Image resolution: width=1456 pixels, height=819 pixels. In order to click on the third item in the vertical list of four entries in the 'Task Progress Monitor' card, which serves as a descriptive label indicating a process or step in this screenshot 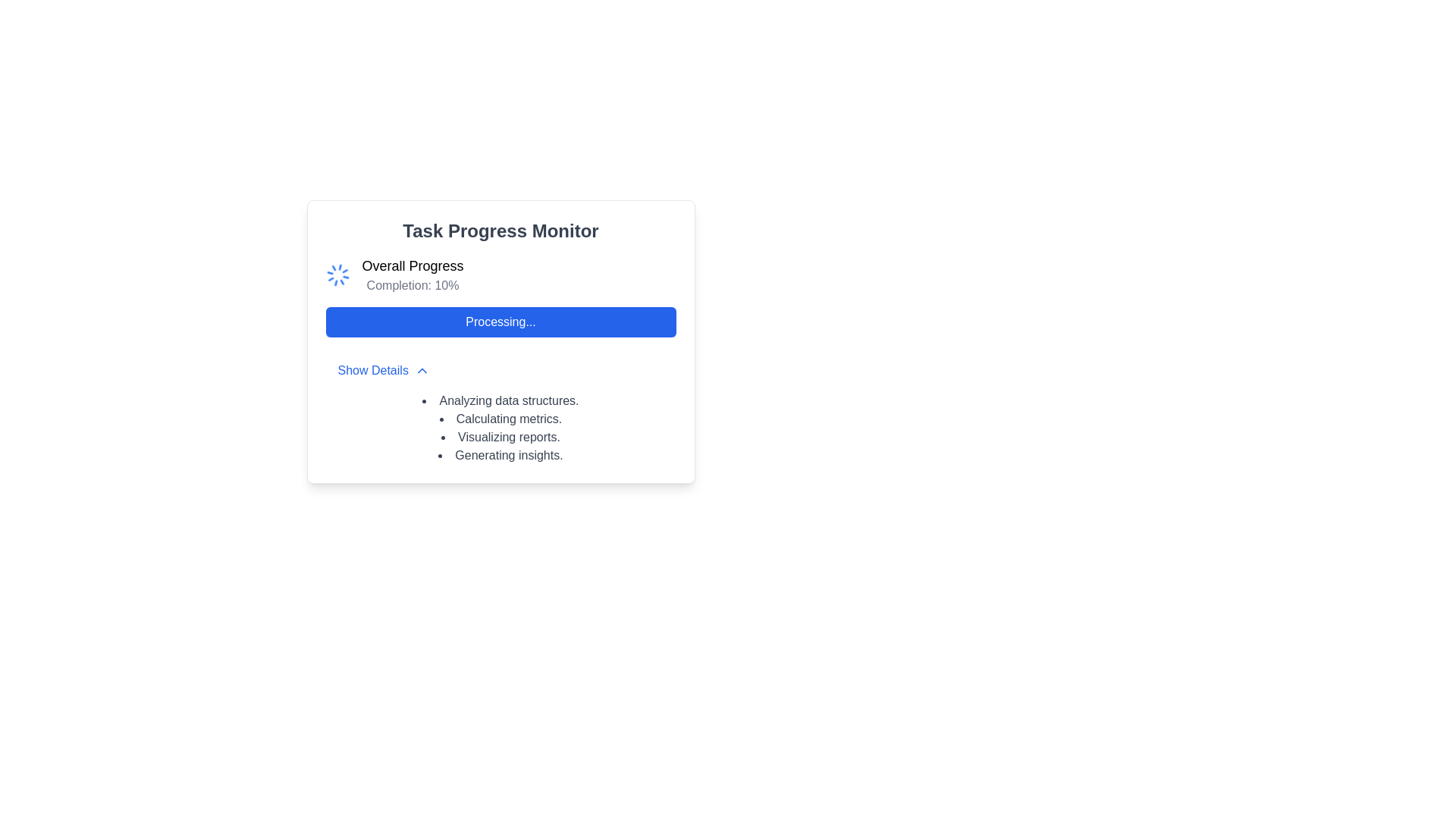, I will do `click(500, 438)`.